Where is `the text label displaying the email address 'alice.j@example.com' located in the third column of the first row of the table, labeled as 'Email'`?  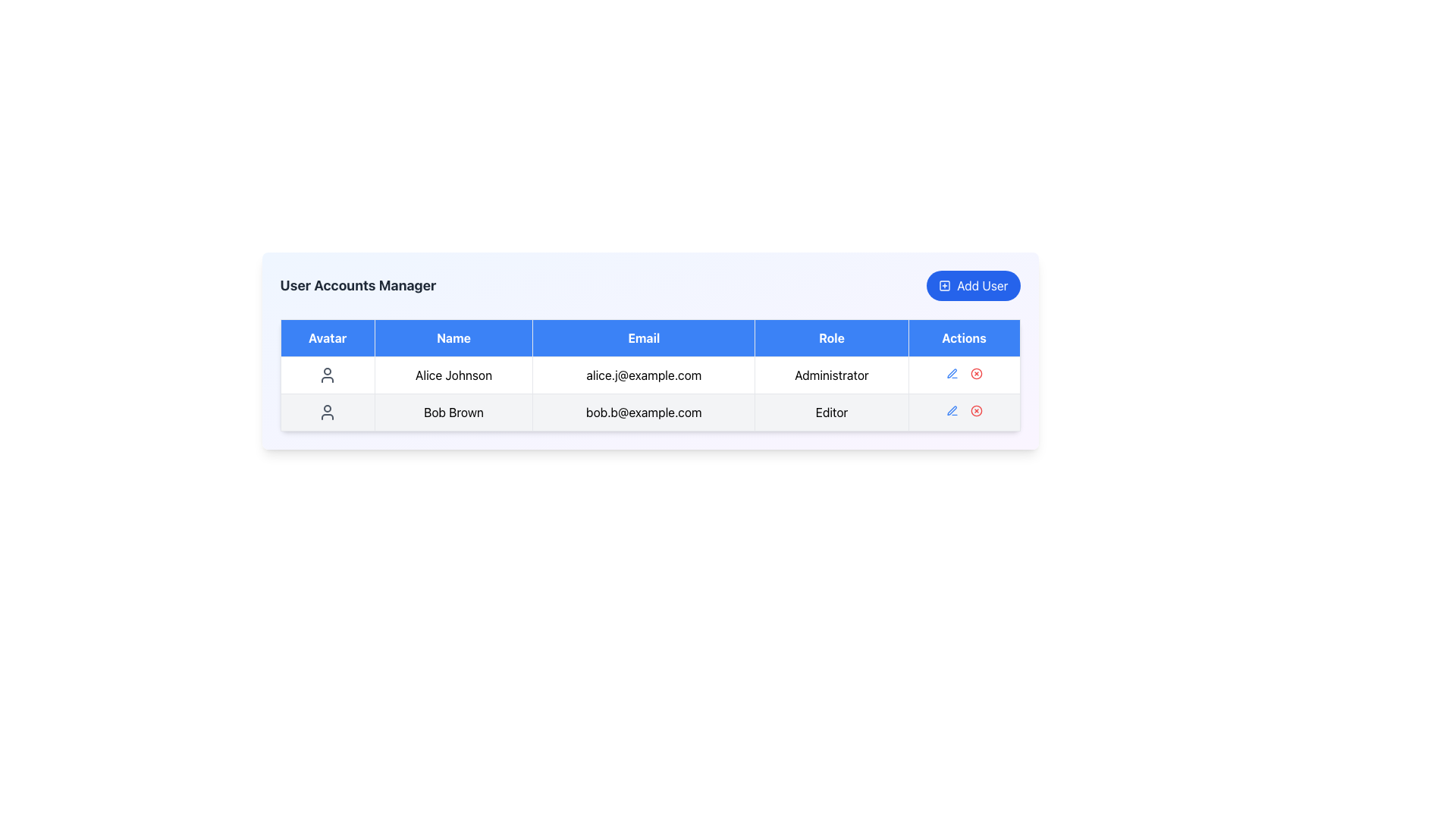 the text label displaying the email address 'alice.j@example.com' located in the third column of the first row of the table, labeled as 'Email' is located at coordinates (644, 375).